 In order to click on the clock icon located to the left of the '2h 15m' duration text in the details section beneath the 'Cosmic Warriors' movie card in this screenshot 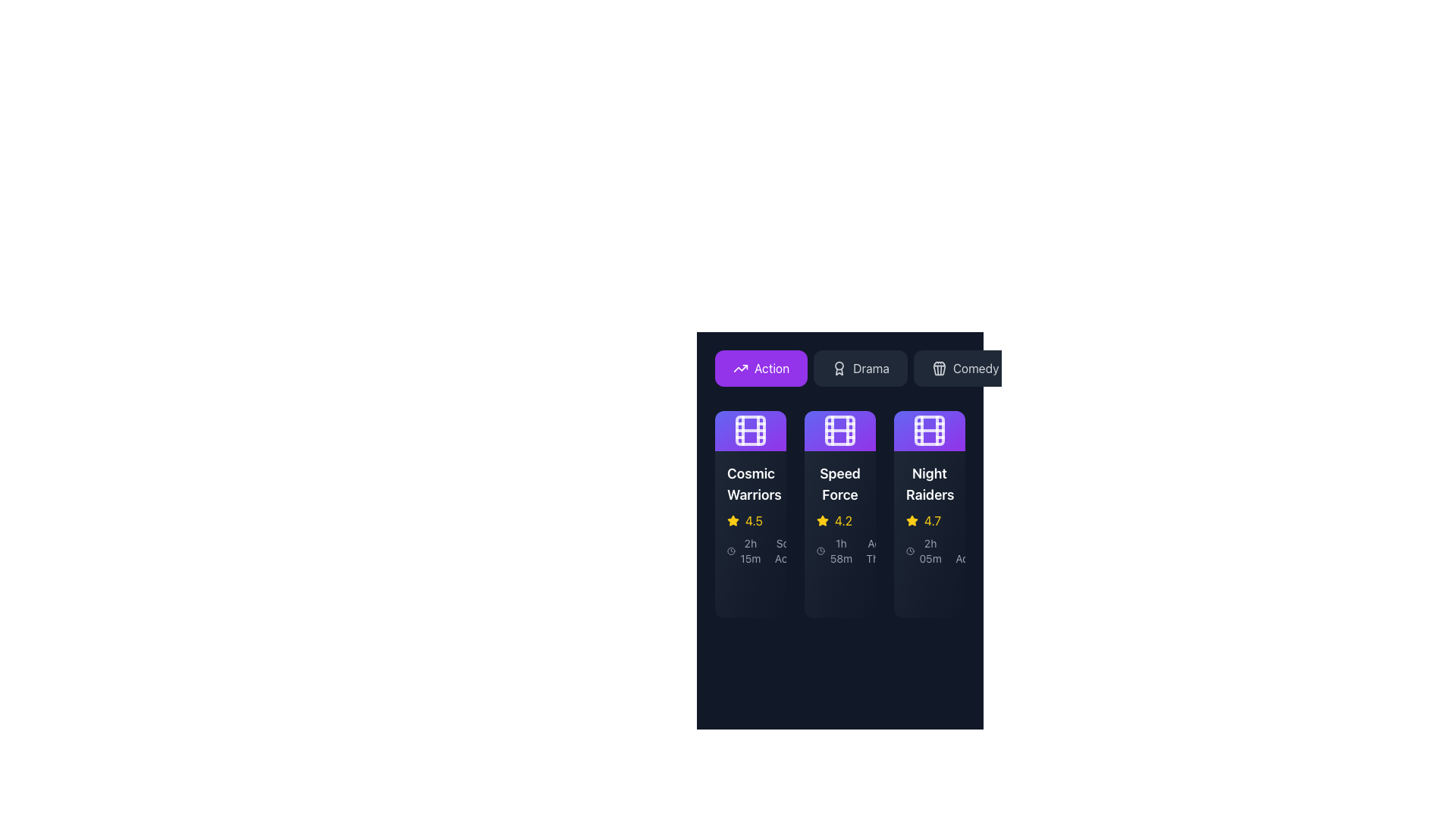, I will do `click(731, 551)`.